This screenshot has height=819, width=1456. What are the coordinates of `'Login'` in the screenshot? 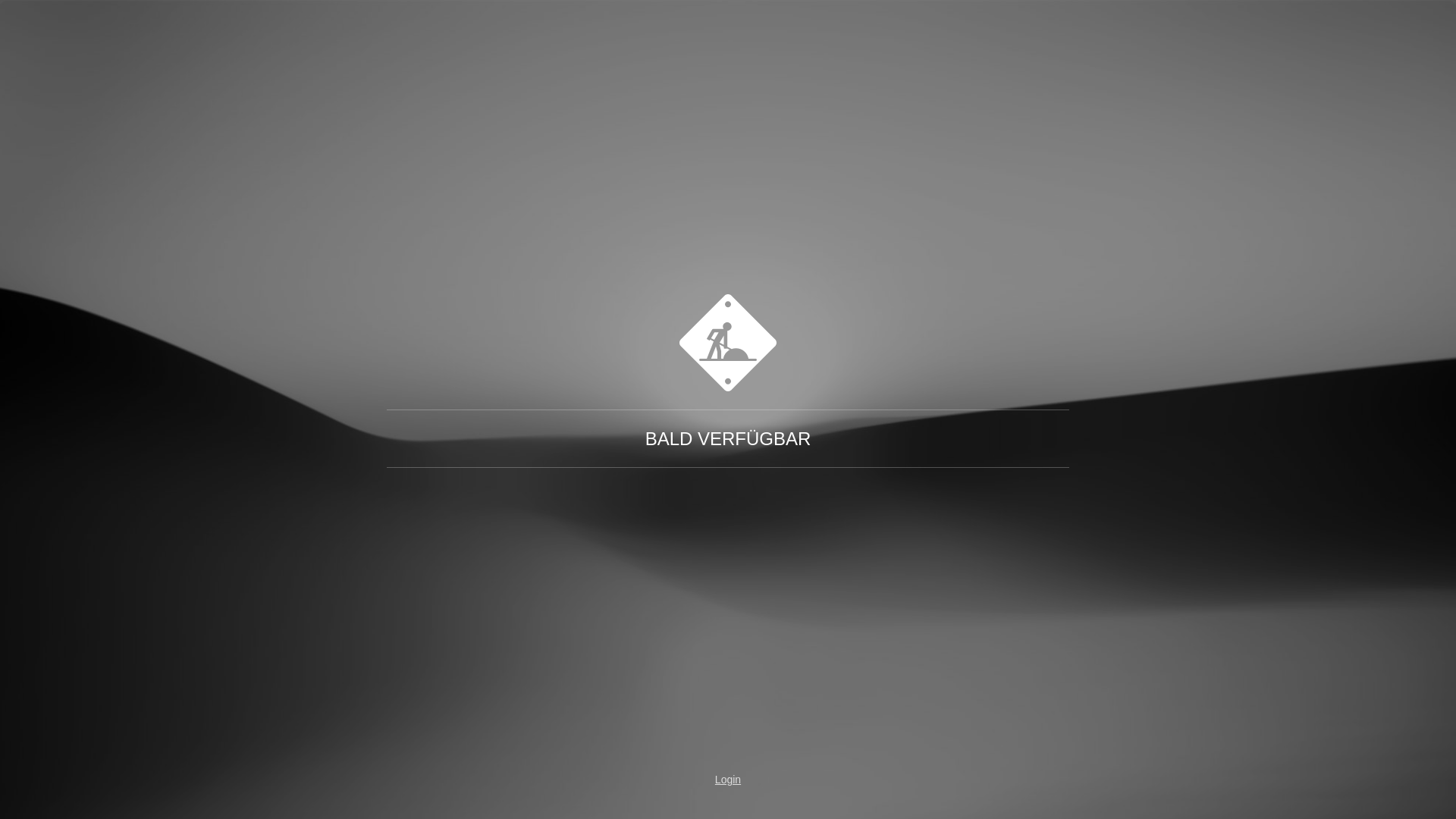 It's located at (728, 780).